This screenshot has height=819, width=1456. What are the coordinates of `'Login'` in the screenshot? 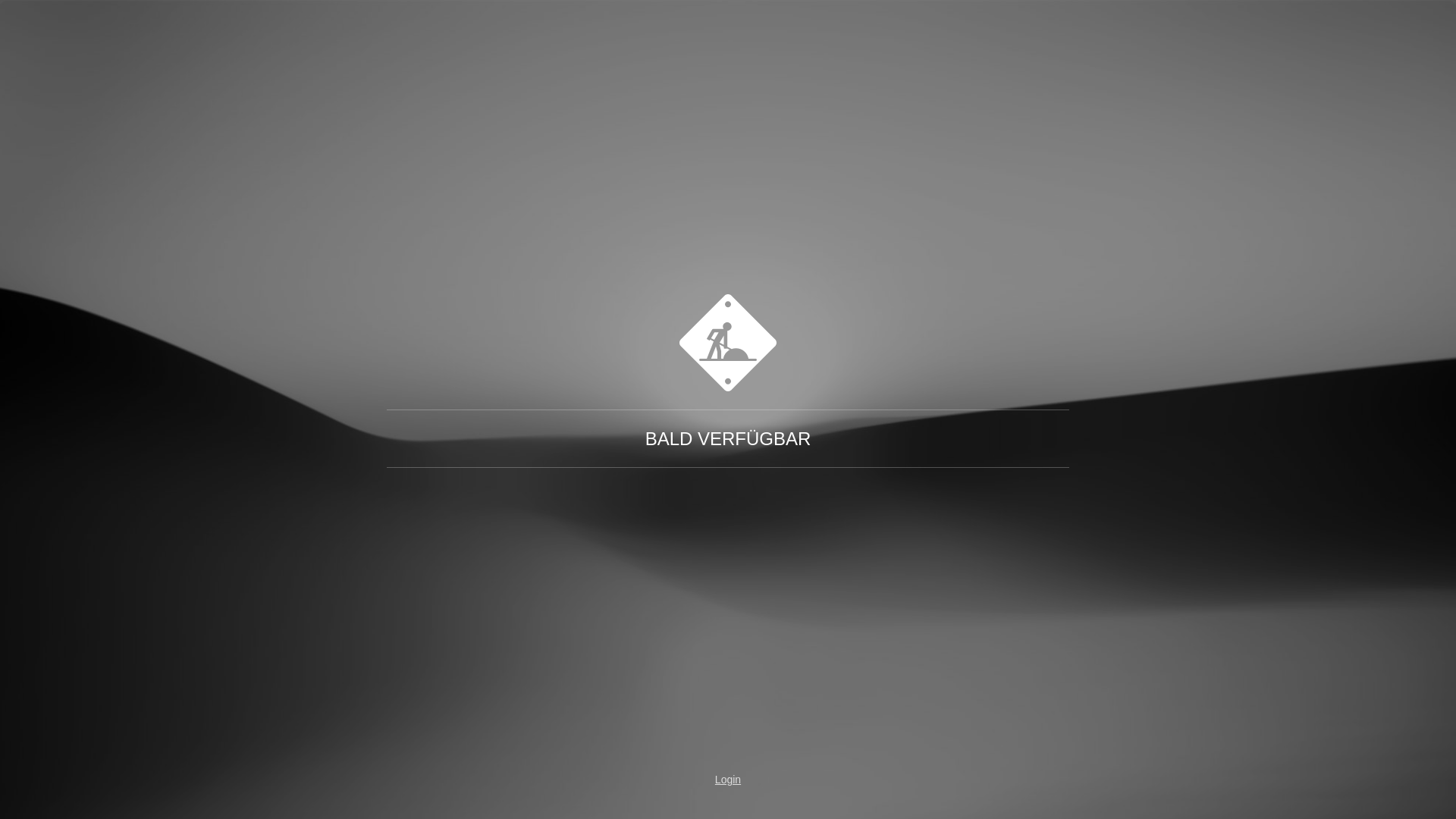 It's located at (728, 780).